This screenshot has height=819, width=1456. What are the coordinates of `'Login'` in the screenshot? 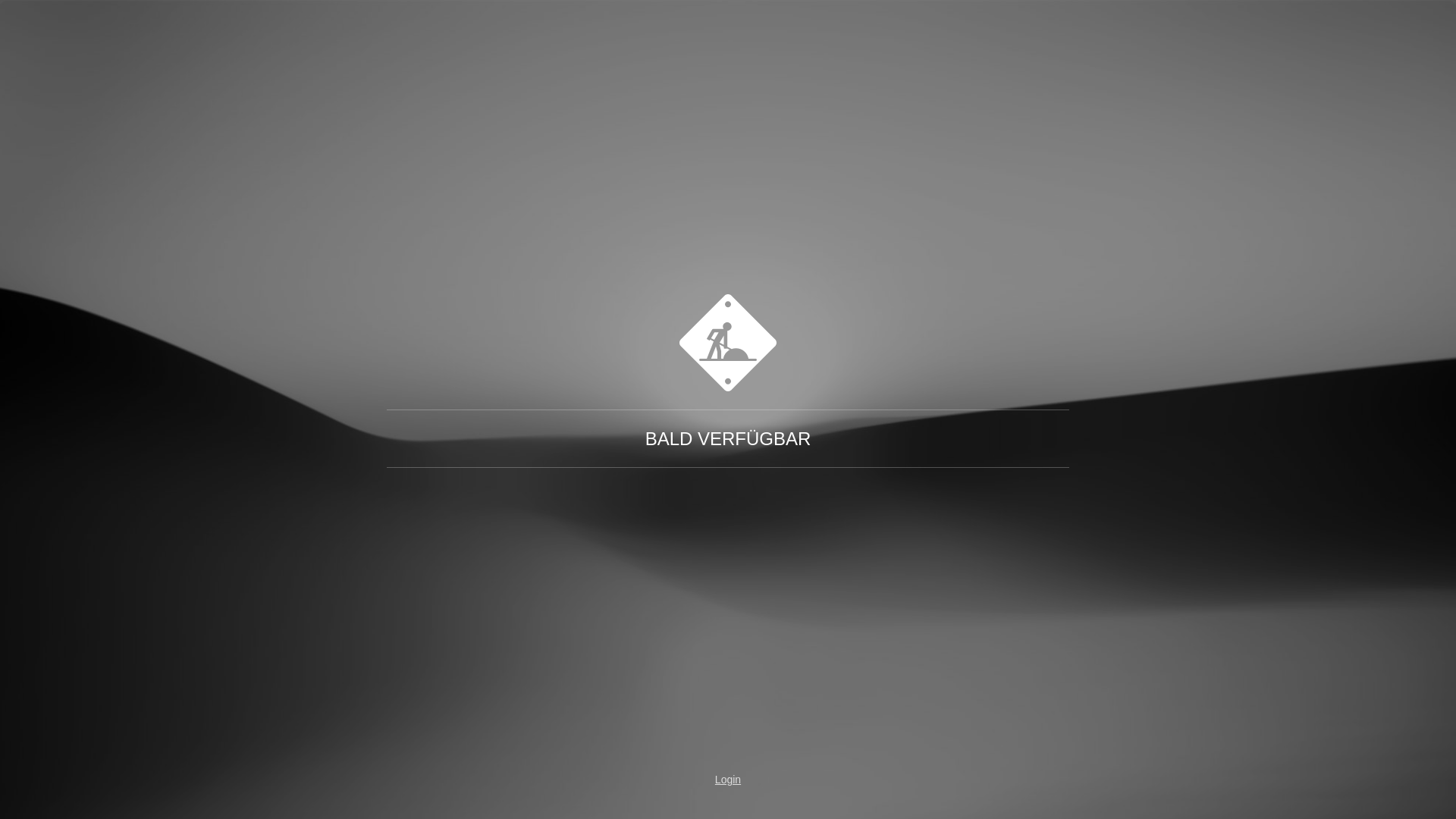 It's located at (728, 780).